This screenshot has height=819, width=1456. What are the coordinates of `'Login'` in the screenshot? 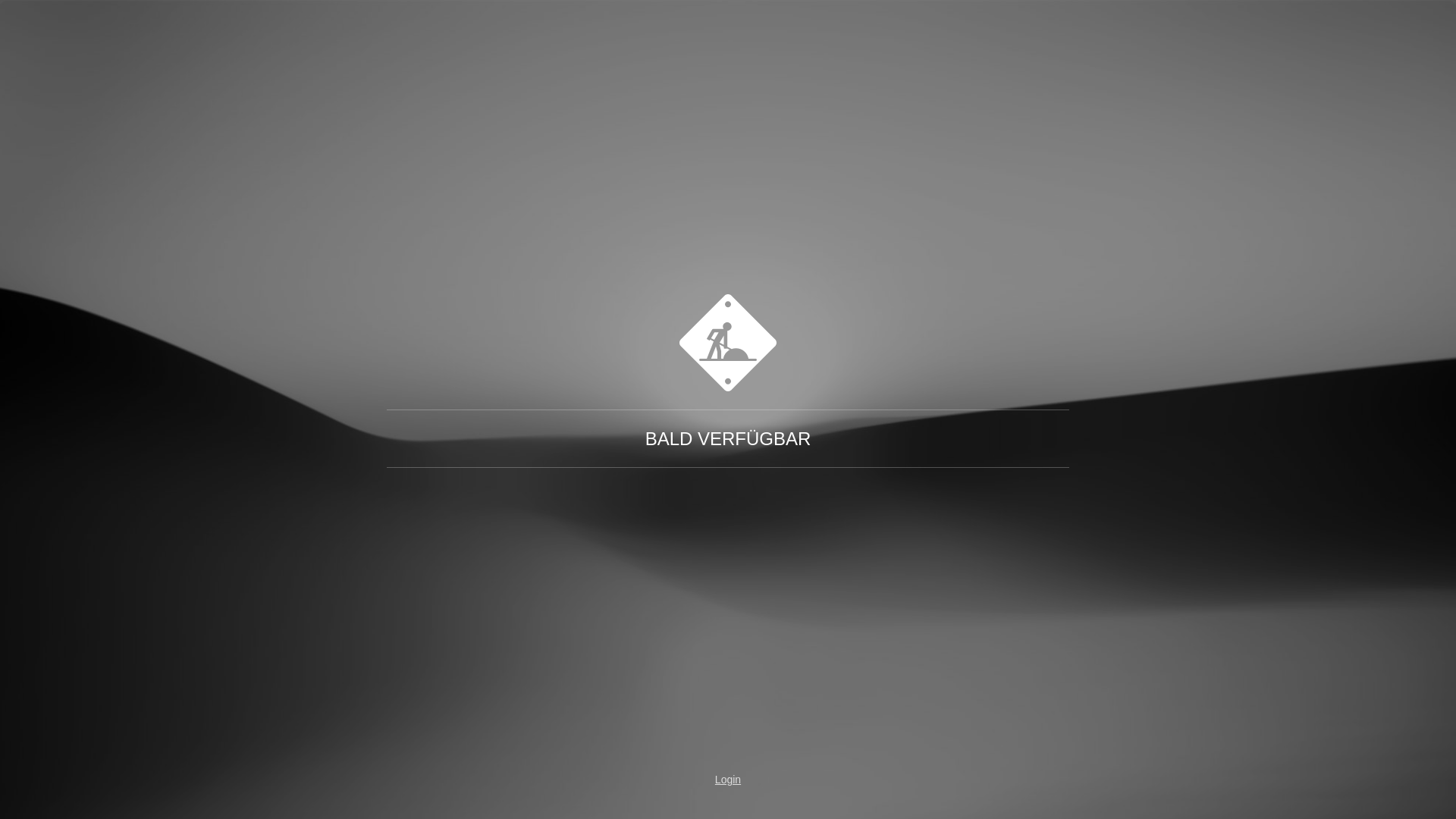 It's located at (728, 780).